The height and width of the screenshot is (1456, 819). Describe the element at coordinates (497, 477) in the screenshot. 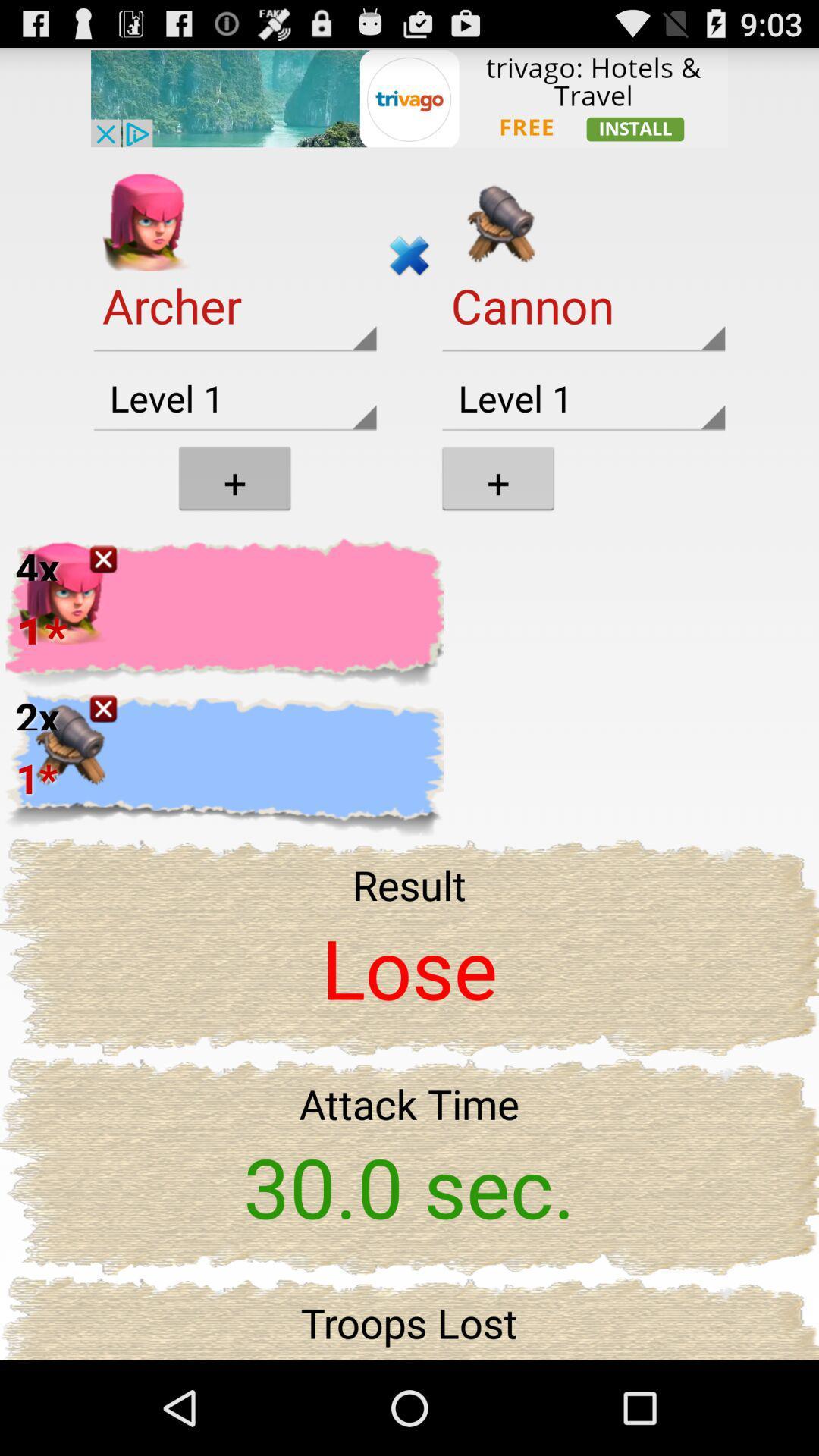

I see `the icon which is below the cannon` at that location.